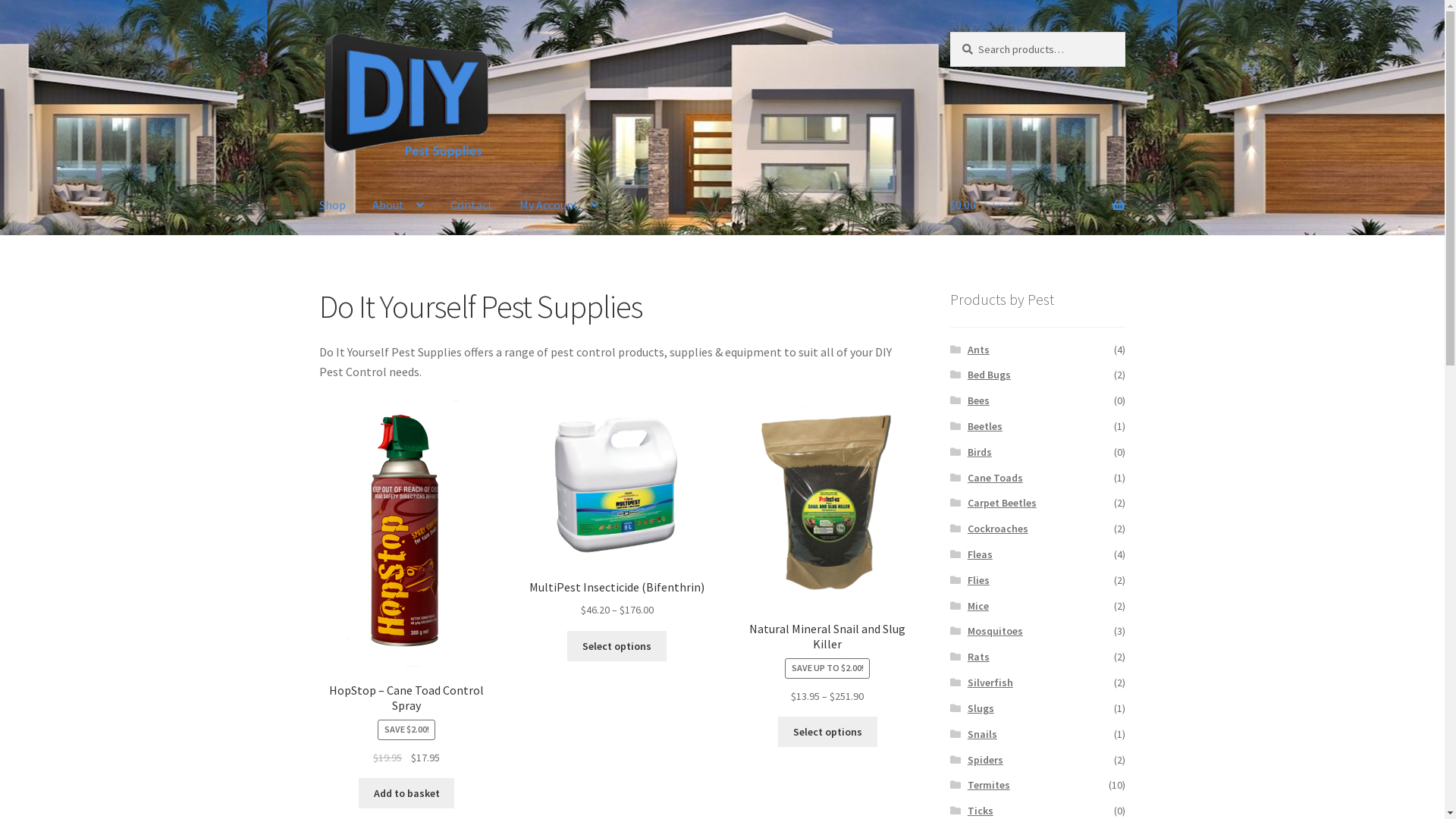  I want to click on 'Ticks', so click(980, 809).